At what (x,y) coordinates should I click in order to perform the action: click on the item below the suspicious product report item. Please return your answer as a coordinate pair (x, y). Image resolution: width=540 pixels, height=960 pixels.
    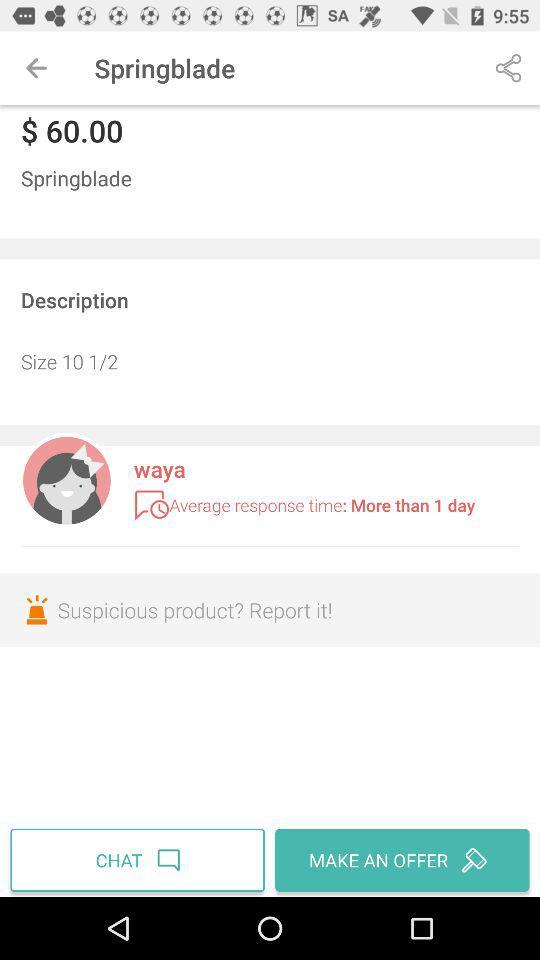
    Looking at the image, I should click on (139, 859).